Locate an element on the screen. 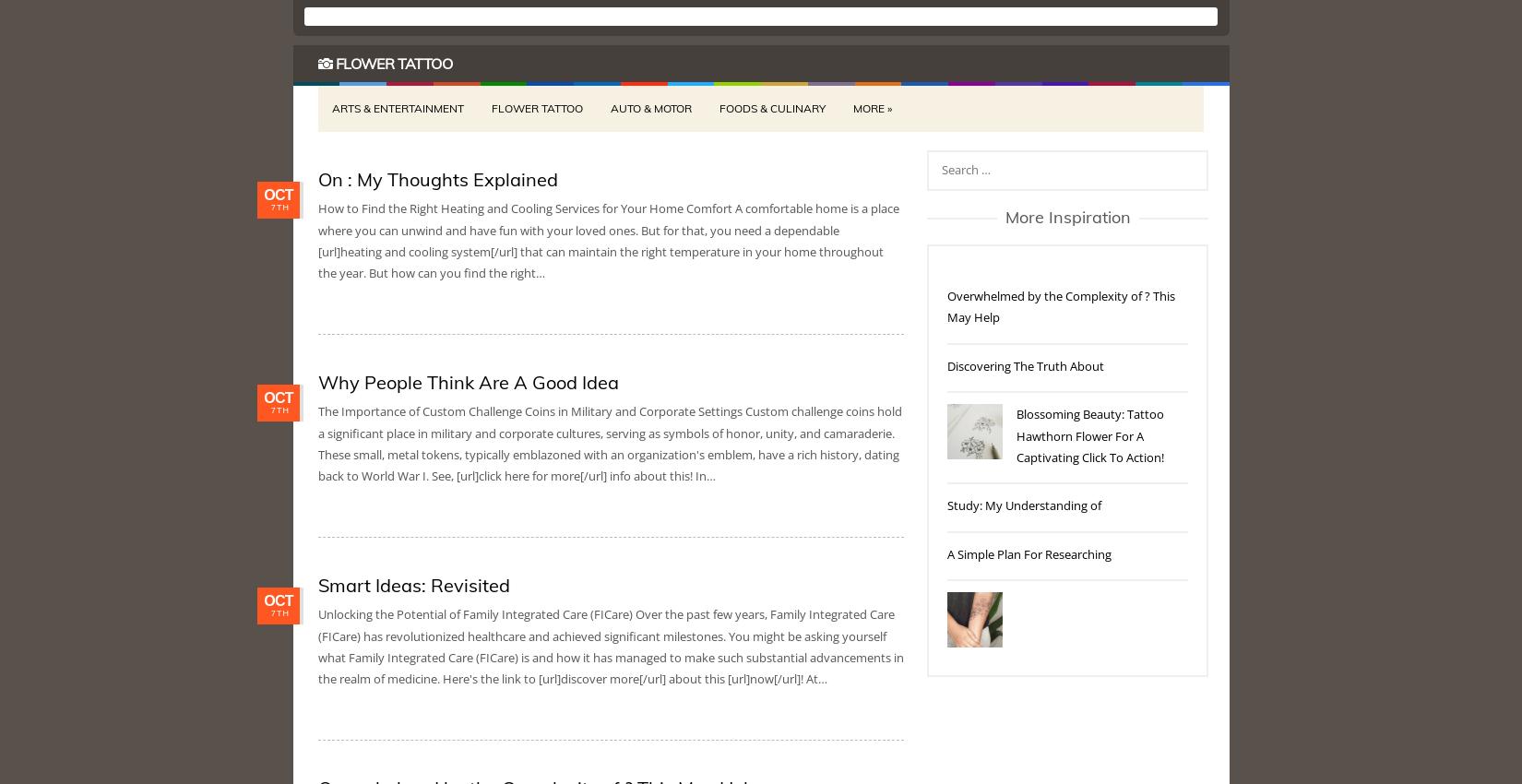 This screenshot has width=1522, height=784. 'Unlocking the Potential of Family Integrated Care (FICare) Over the past few years, Family Integrated Care (FICare) has revolutionized healthcare and achieved significant milestones. You might be asking yourself what Family Integrated Care (FICare) is and how it has managed to make such substantial advancements in the realm of medicine. Here's the link to [url]discover more[/url] about this [url]now[/url]! At…' is located at coordinates (610, 645).